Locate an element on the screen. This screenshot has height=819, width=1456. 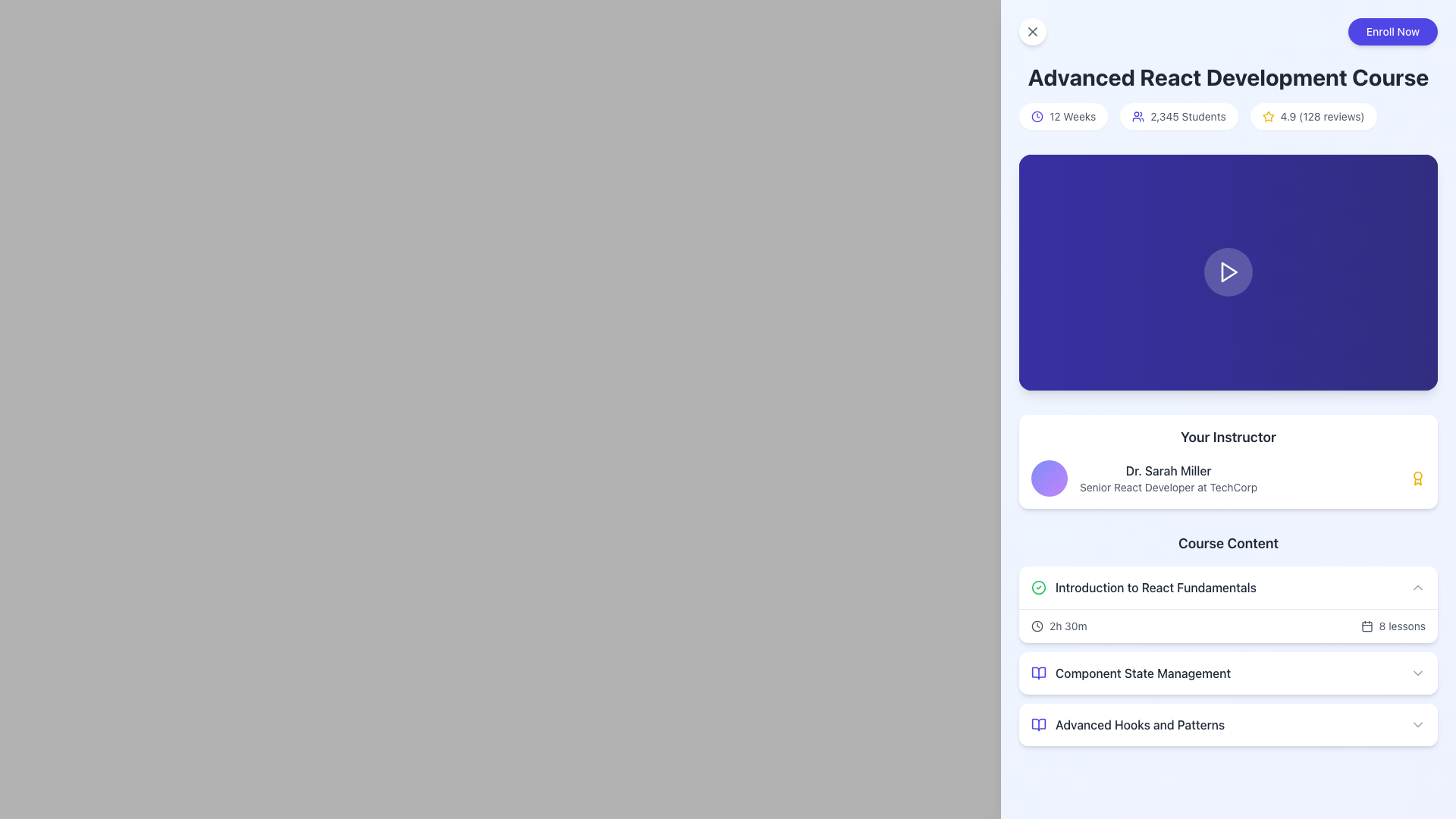
the Text header of the 'Your Instructor' section, which is located above the instructor's name 'Dr. Sarah Miller' is located at coordinates (1228, 437).